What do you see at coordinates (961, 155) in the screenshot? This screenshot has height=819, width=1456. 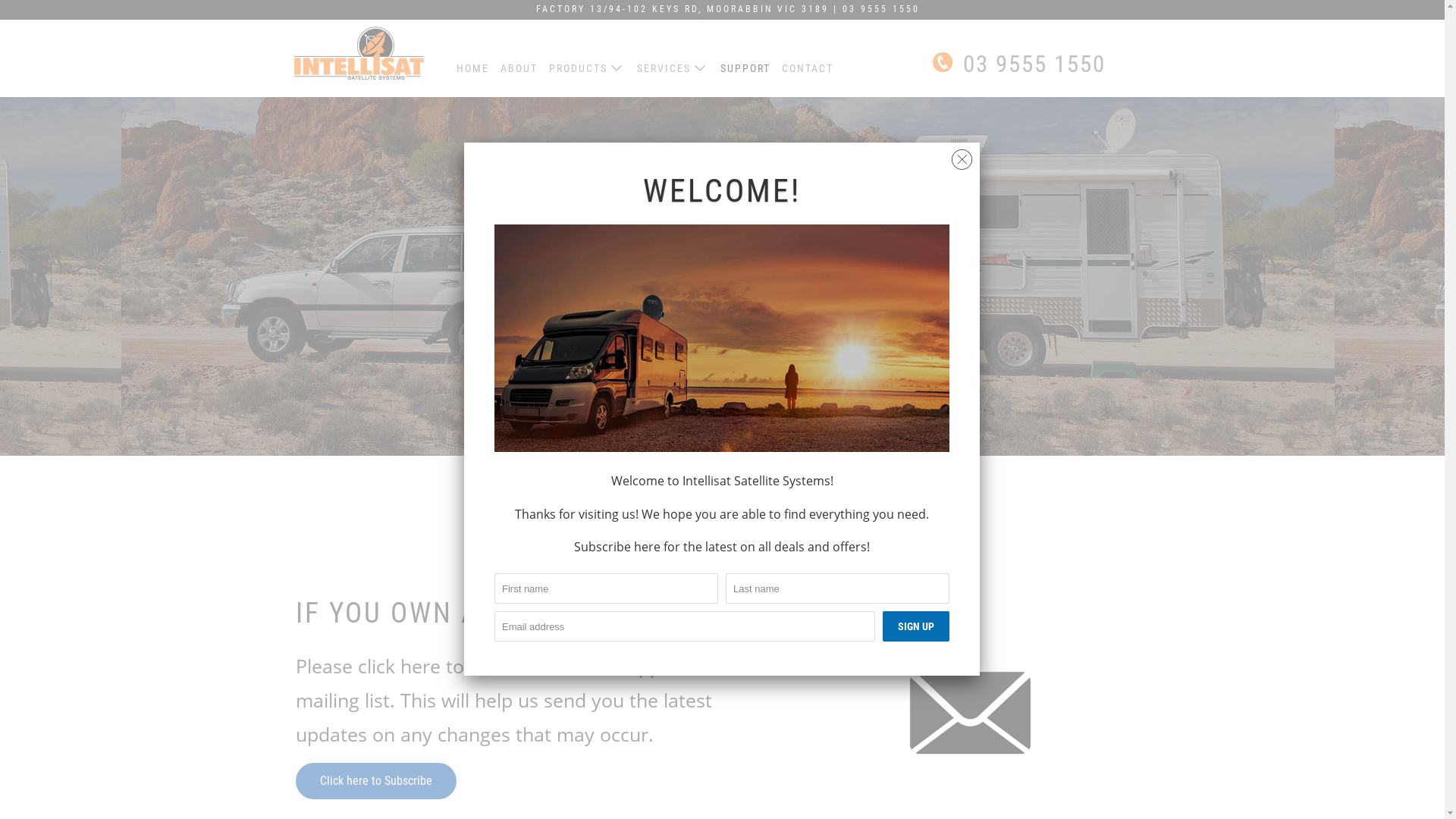 I see `'Close'` at bounding box center [961, 155].